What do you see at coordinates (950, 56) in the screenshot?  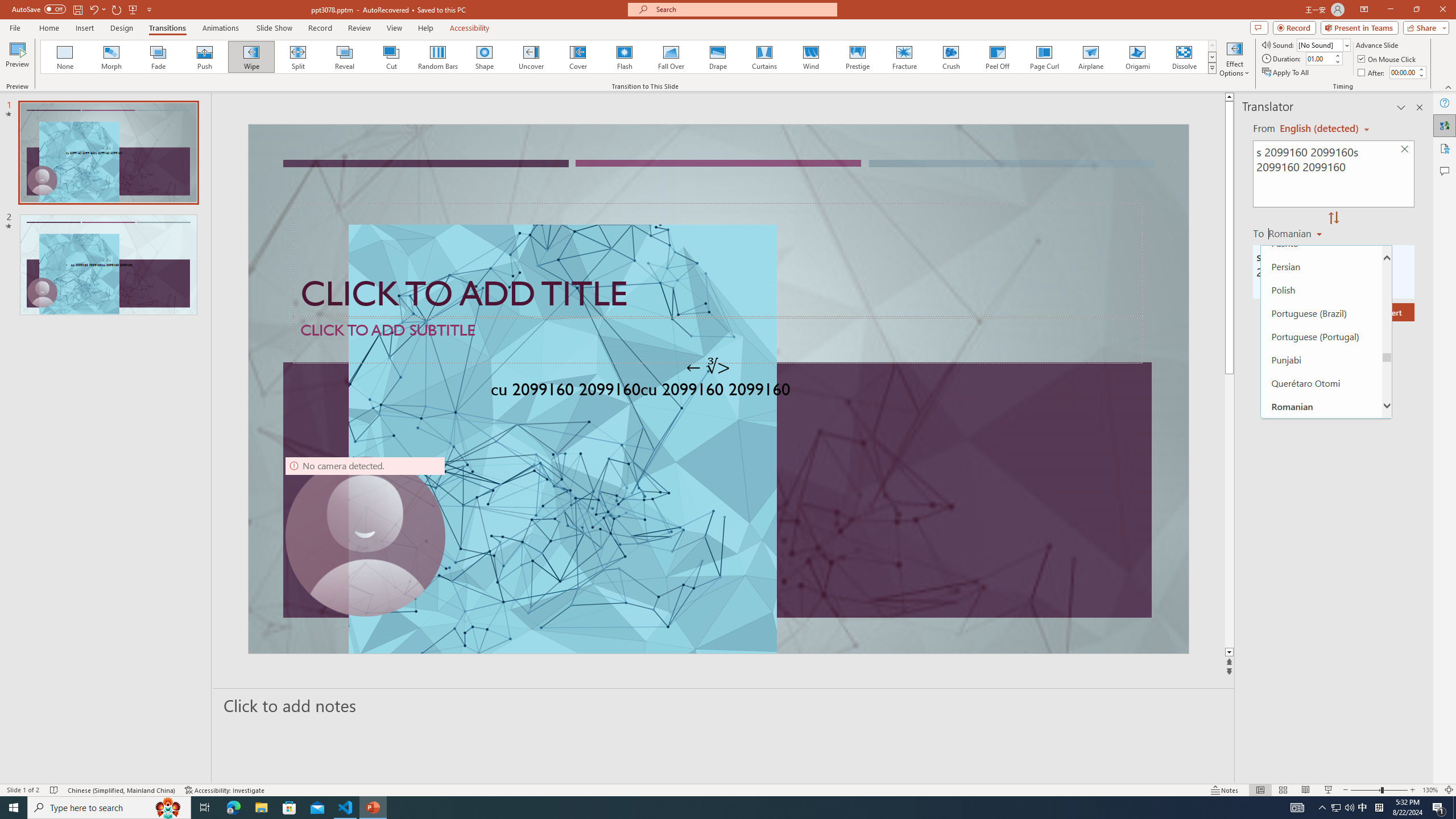 I see `'Crush'` at bounding box center [950, 56].